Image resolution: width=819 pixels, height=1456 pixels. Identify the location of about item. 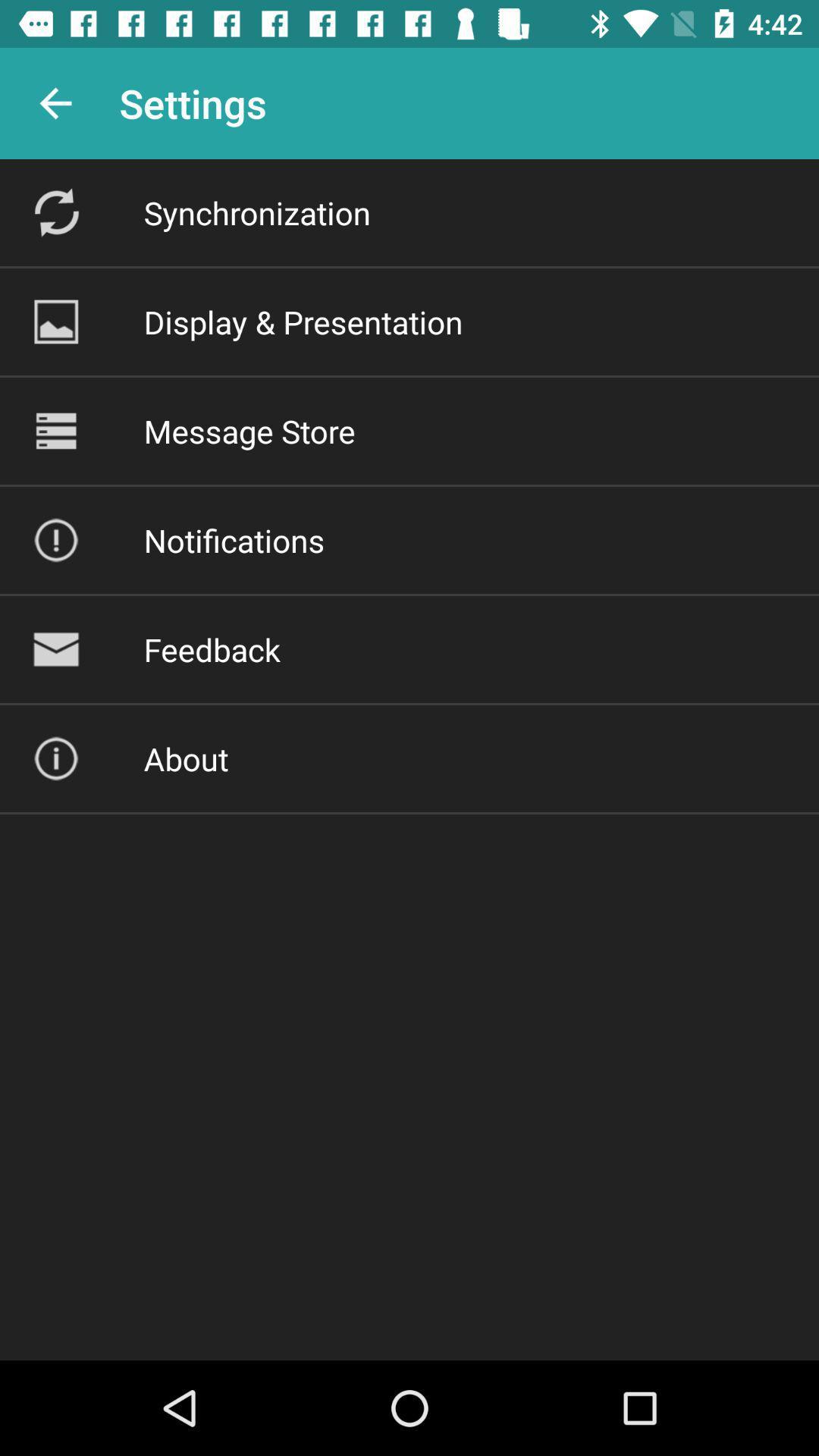
(185, 758).